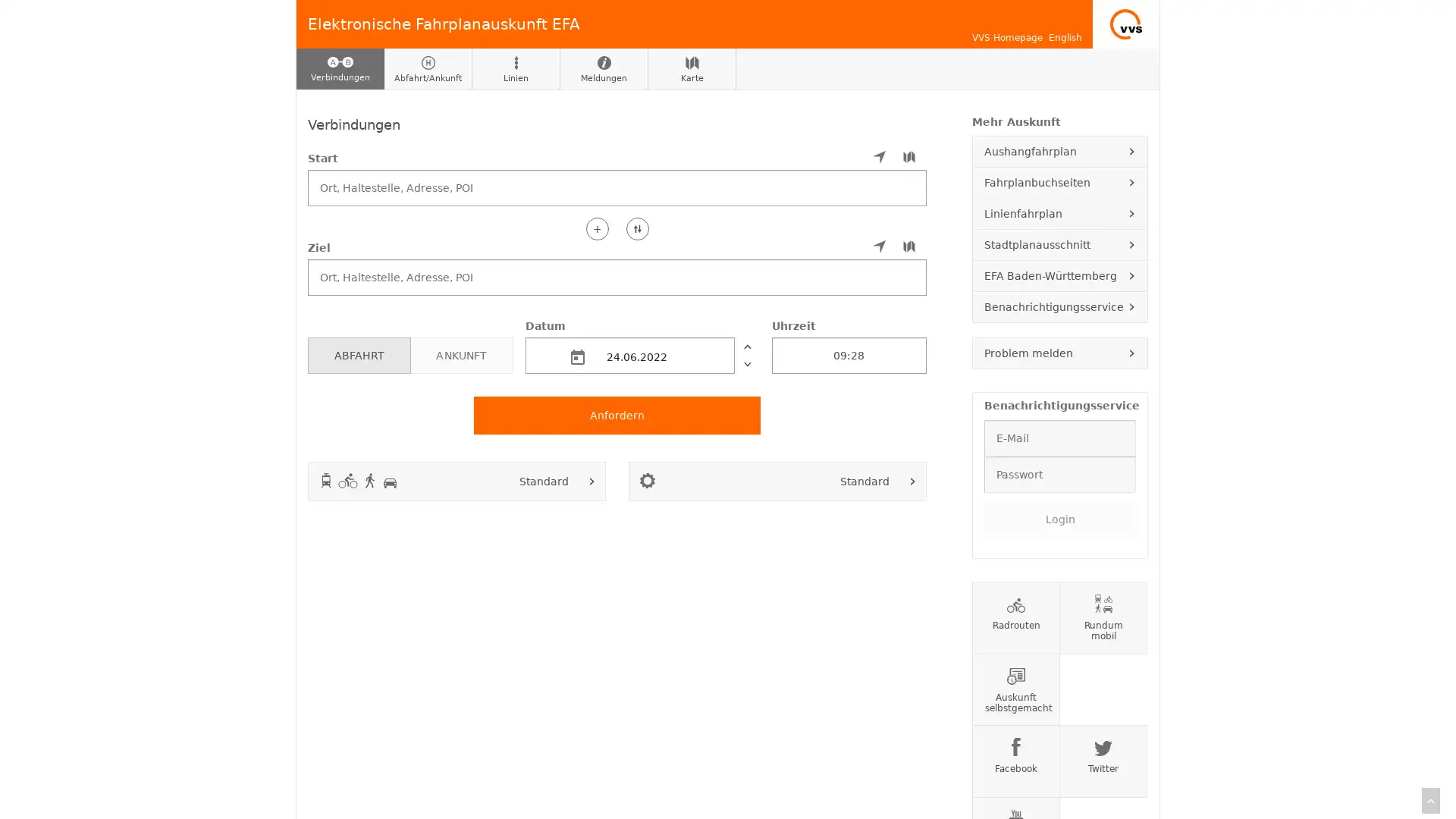  I want to click on Datum 24.06.2022 vorher nachher, so click(642, 345).